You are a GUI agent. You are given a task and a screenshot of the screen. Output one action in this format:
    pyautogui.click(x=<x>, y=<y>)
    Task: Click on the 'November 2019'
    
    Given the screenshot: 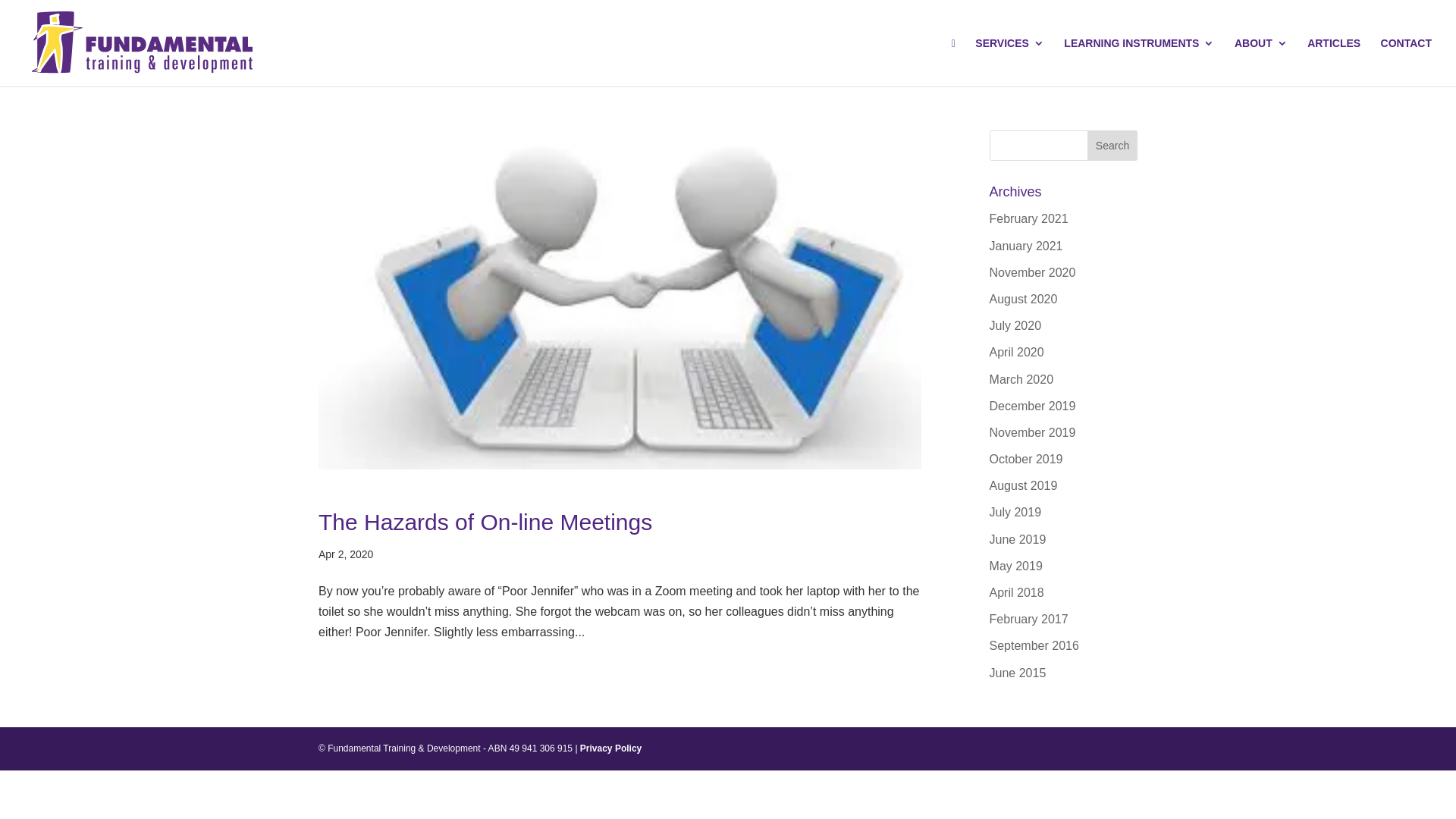 What is the action you would take?
    pyautogui.click(x=1032, y=432)
    